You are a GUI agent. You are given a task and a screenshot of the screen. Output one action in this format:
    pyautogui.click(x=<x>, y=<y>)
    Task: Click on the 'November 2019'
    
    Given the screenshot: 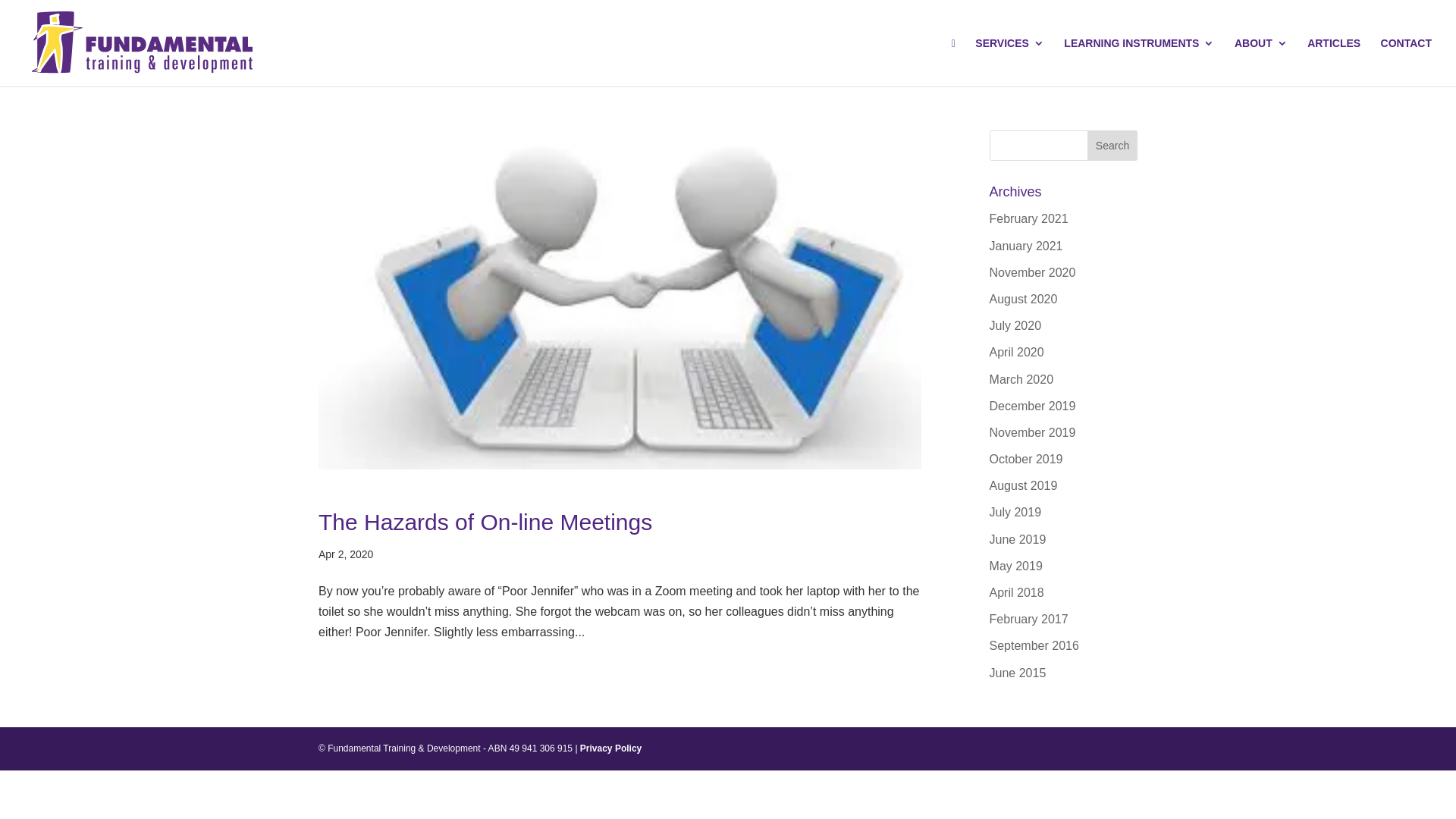 What is the action you would take?
    pyautogui.click(x=1032, y=432)
    